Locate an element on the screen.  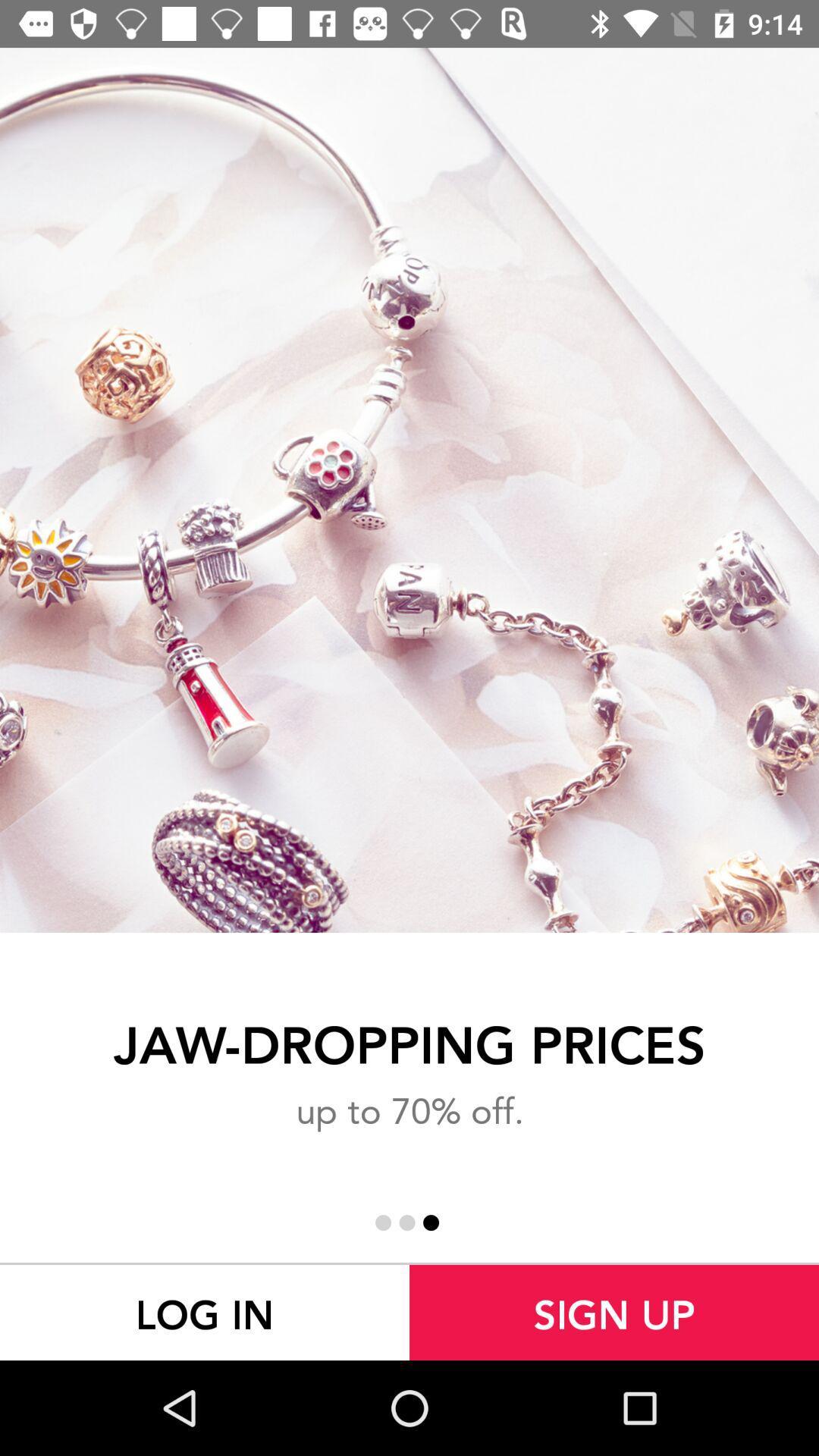
the log in item is located at coordinates (205, 1312).